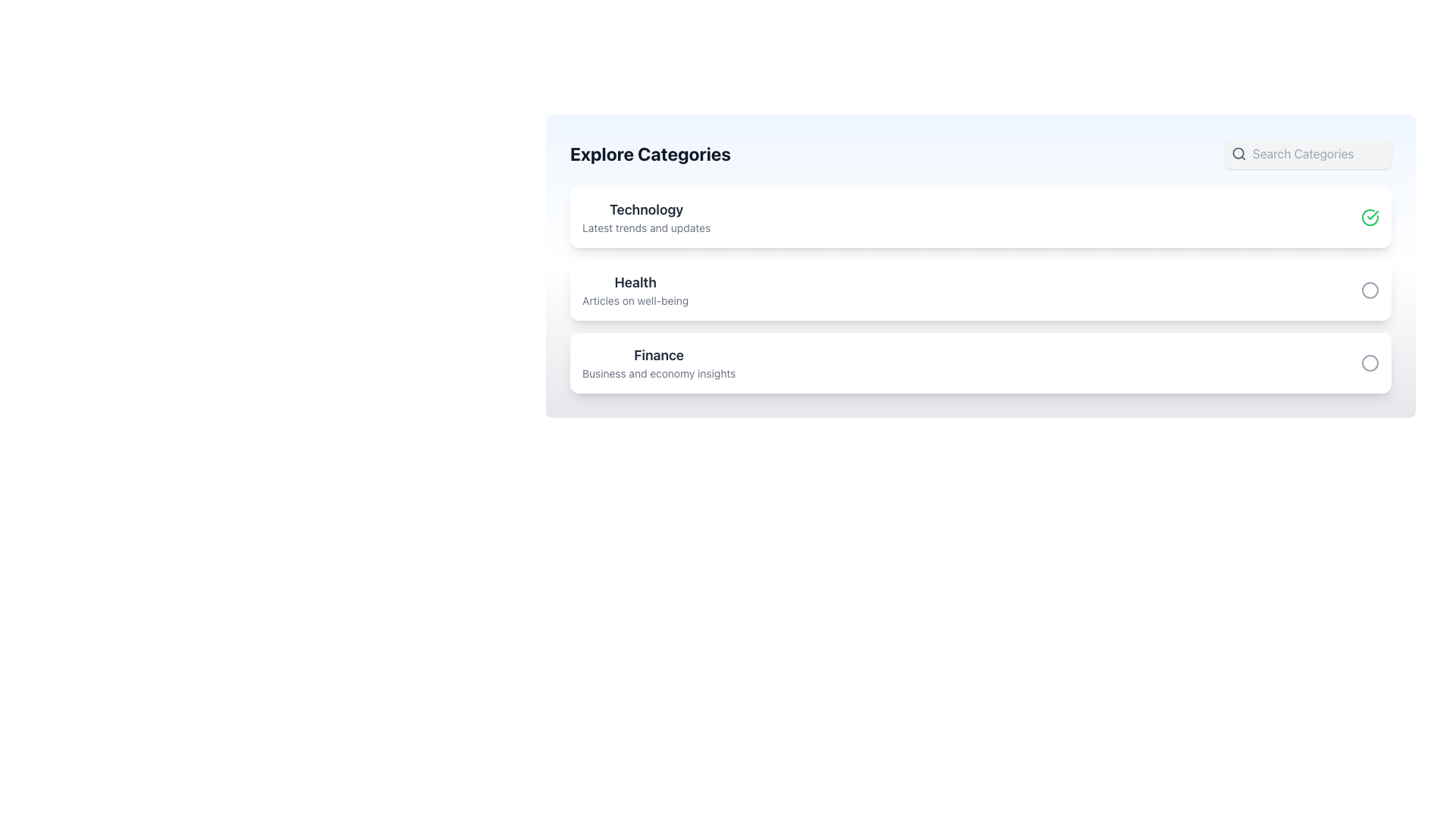 Image resolution: width=1456 pixels, height=819 pixels. Describe the element at coordinates (1238, 154) in the screenshot. I see `the gray magnifying glass icon located in the top-right corner of the search bar component, positioned to the left of the text input field` at that location.